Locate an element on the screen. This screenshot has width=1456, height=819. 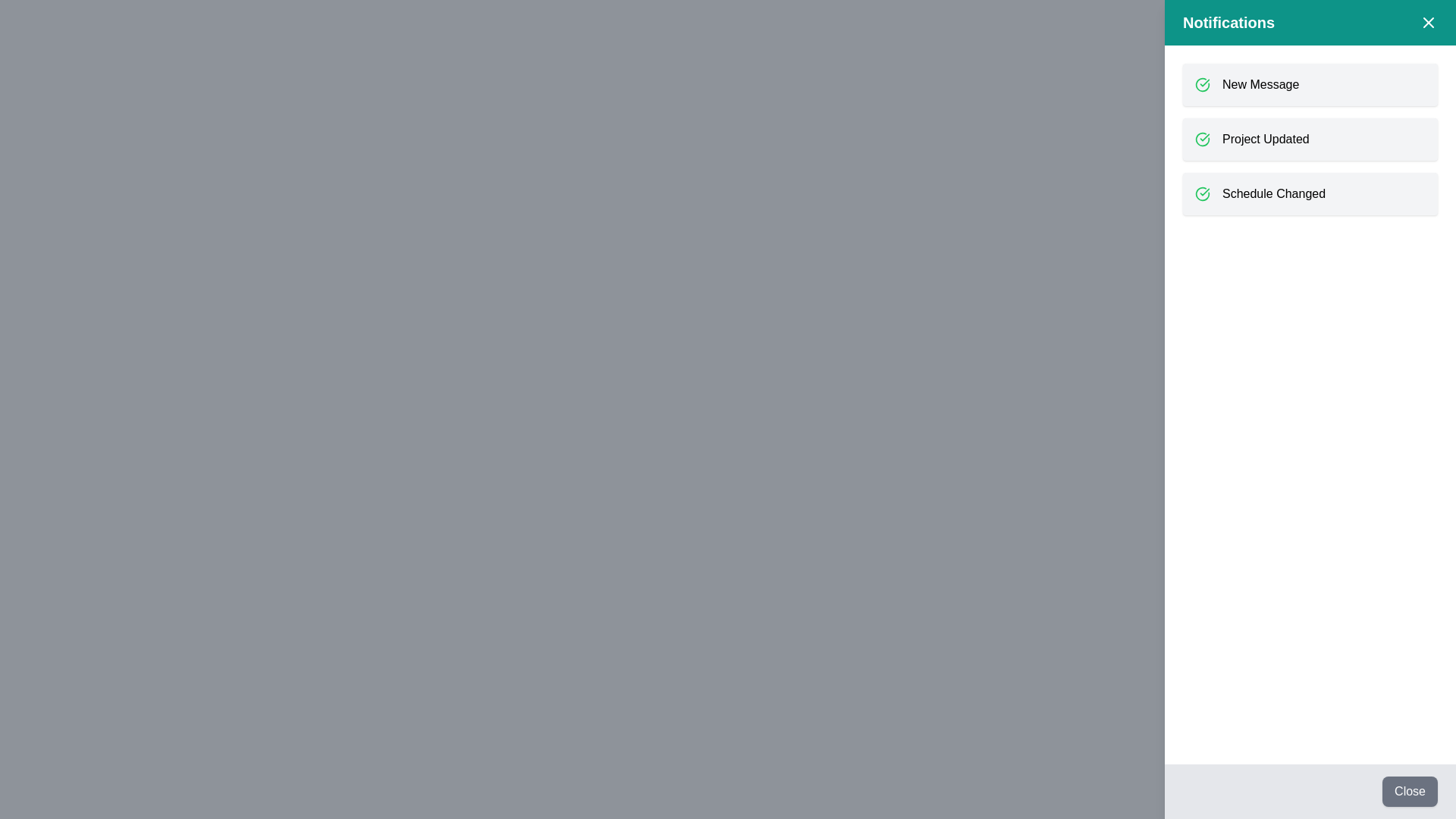
notification content of the second entry in the Notifications panel, which indicates that a project has been updated is located at coordinates (1310, 140).